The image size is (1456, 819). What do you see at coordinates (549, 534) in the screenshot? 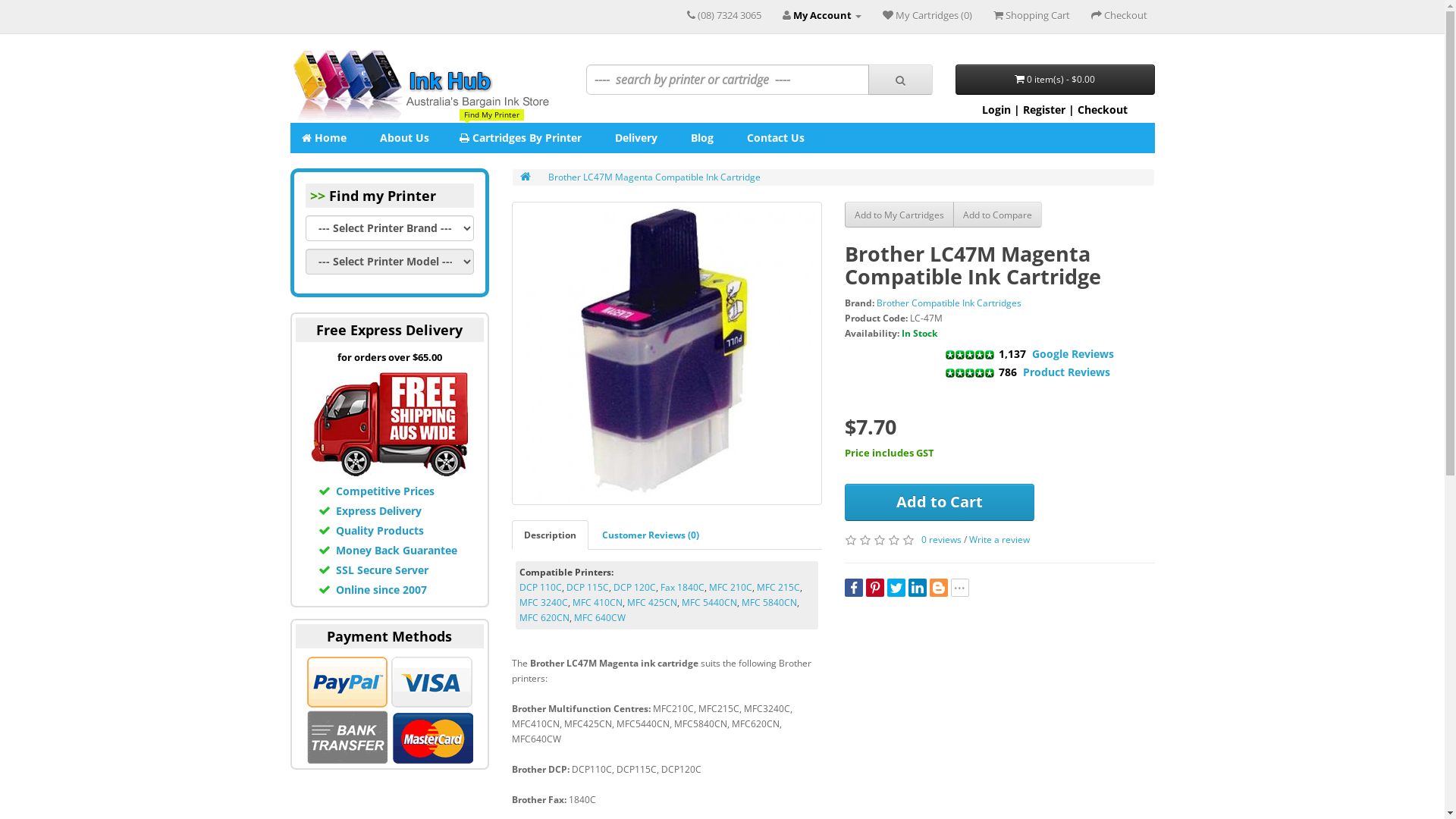
I see `'Description'` at bounding box center [549, 534].